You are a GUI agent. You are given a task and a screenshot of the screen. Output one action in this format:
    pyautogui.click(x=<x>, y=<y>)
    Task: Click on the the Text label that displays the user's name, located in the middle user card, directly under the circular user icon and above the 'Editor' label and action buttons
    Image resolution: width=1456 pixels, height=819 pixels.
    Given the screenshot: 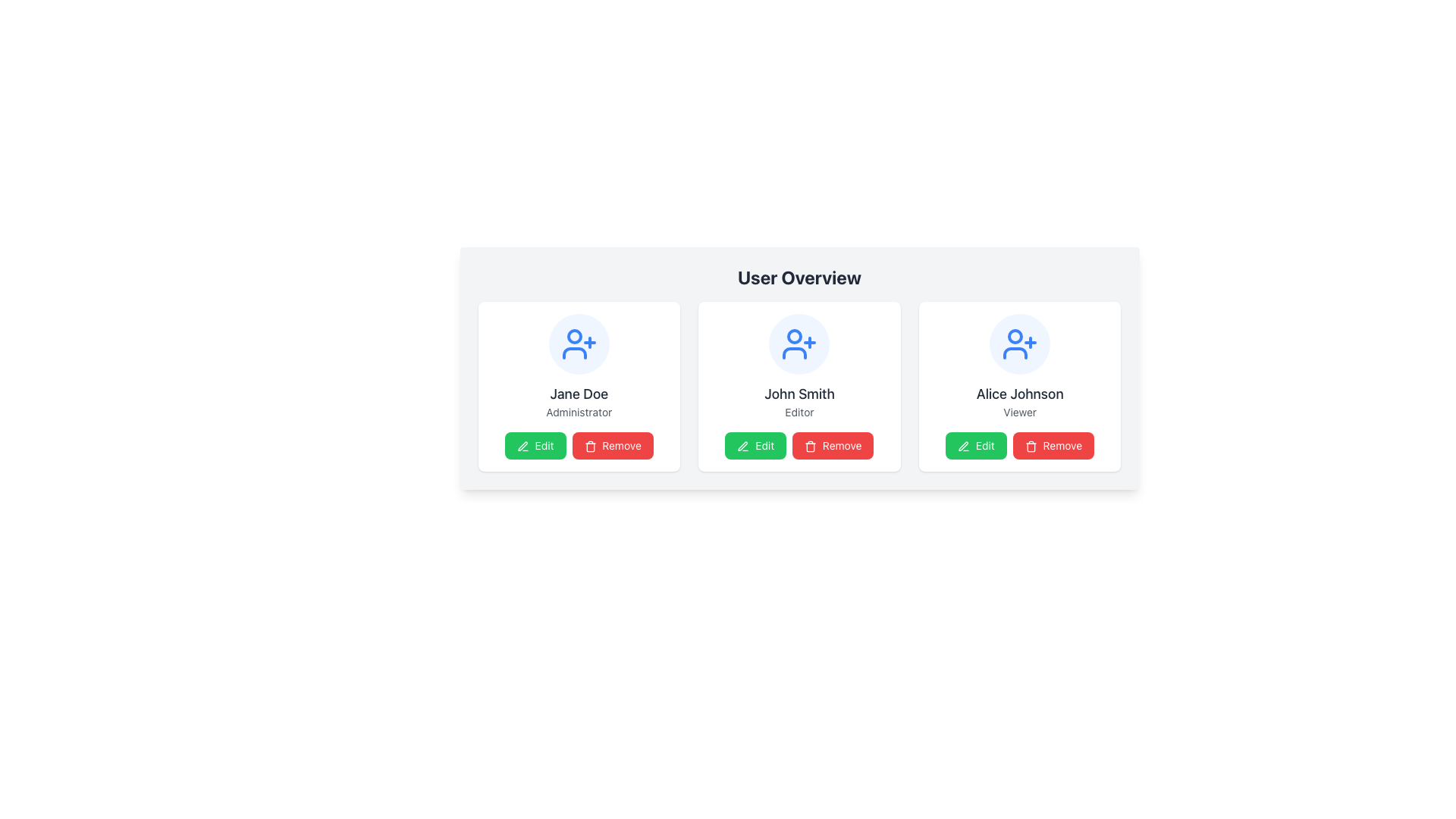 What is the action you would take?
    pyautogui.click(x=799, y=394)
    